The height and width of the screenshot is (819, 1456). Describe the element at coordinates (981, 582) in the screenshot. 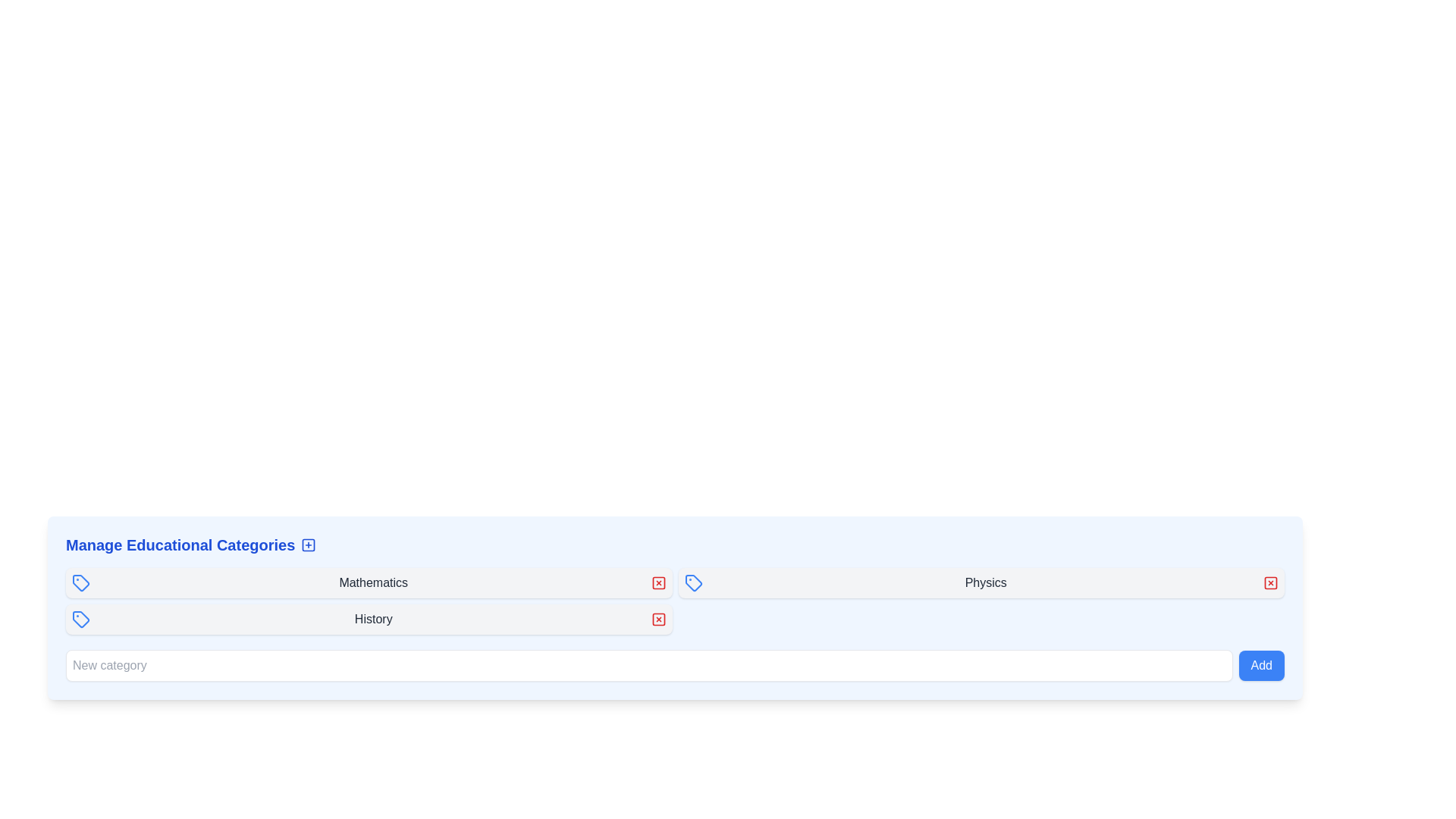

I see `the 'Physics' category list item` at that location.